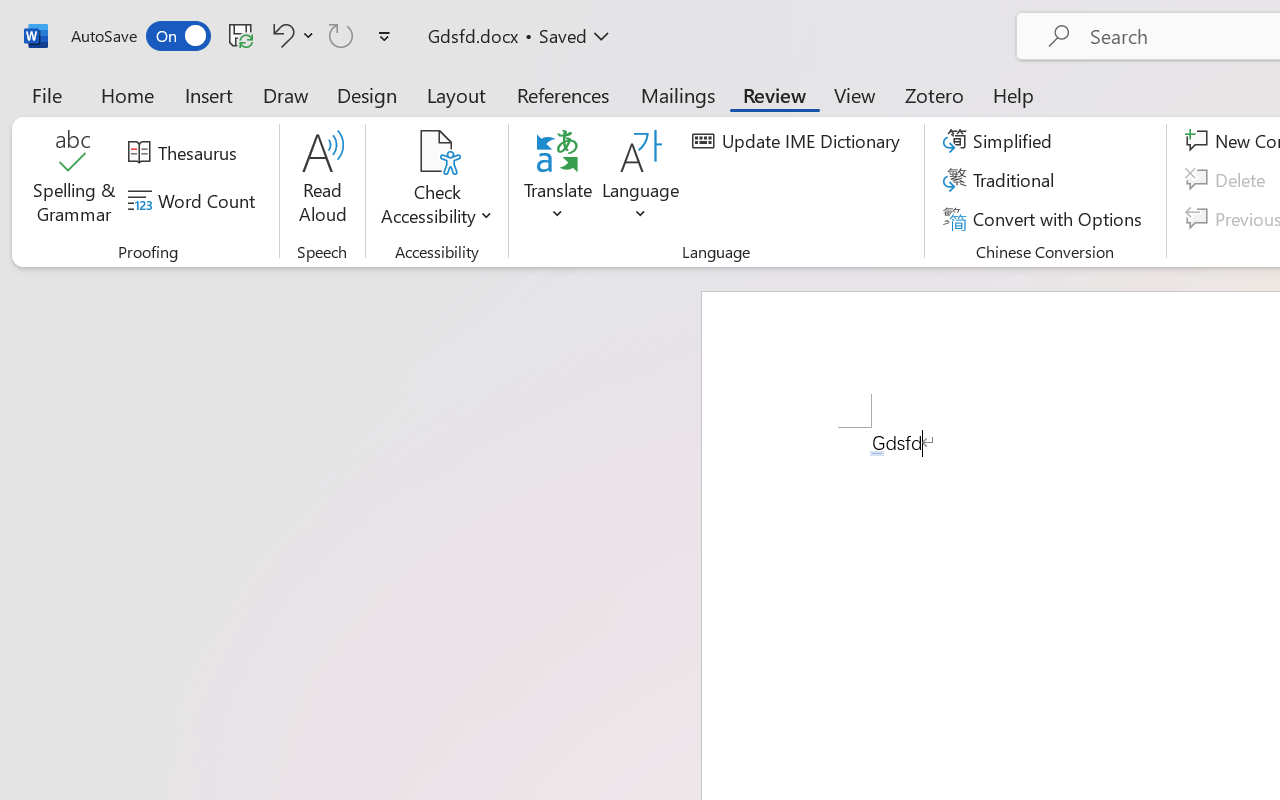 This screenshot has height=800, width=1280. What do you see at coordinates (641, 179) in the screenshot?
I see `'Language'` at bounding box center [641, 179].